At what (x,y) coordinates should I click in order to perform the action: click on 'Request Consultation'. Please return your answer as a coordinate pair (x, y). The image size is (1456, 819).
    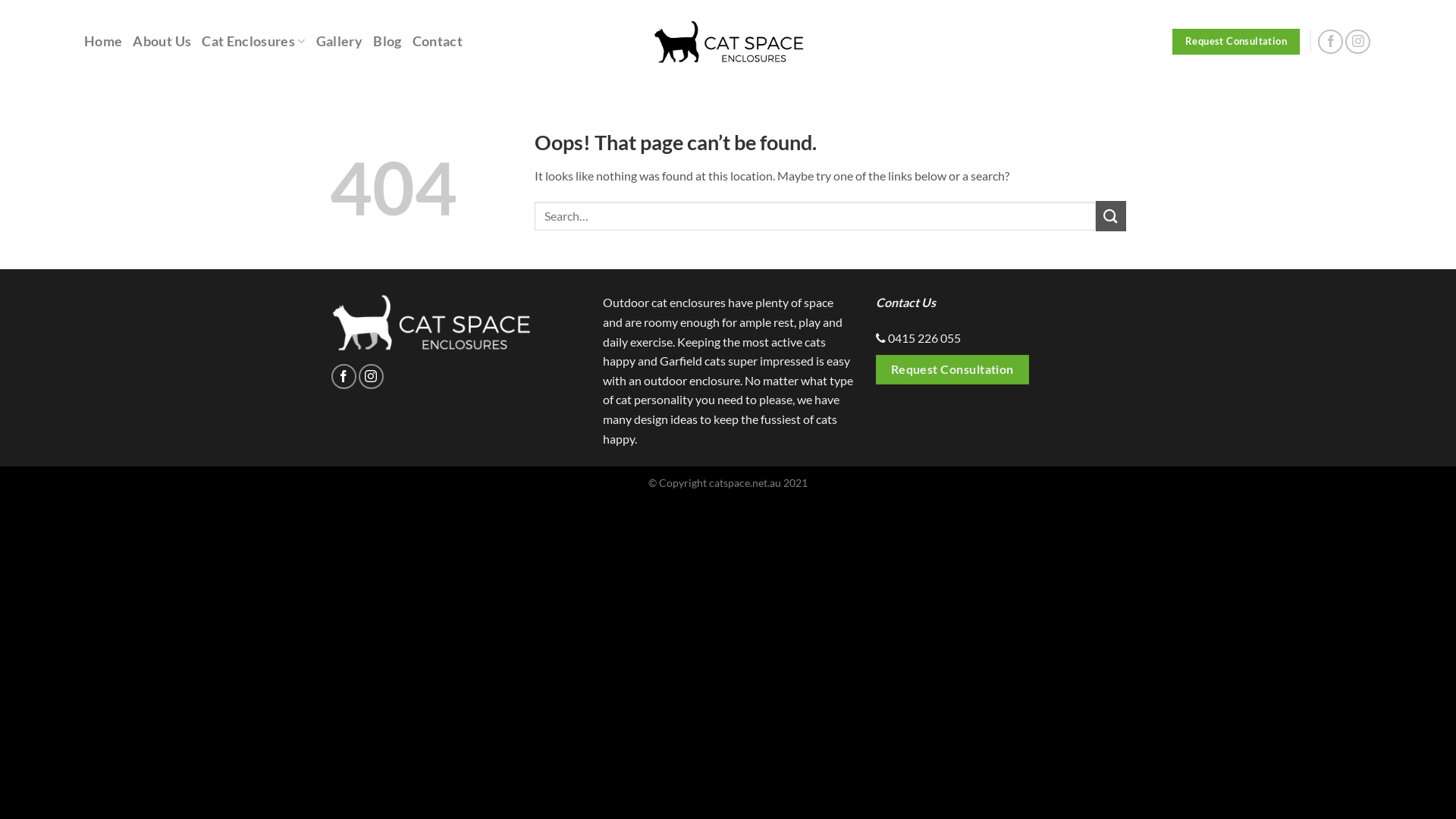
    Looking at the image, I should click on (1236, 40).